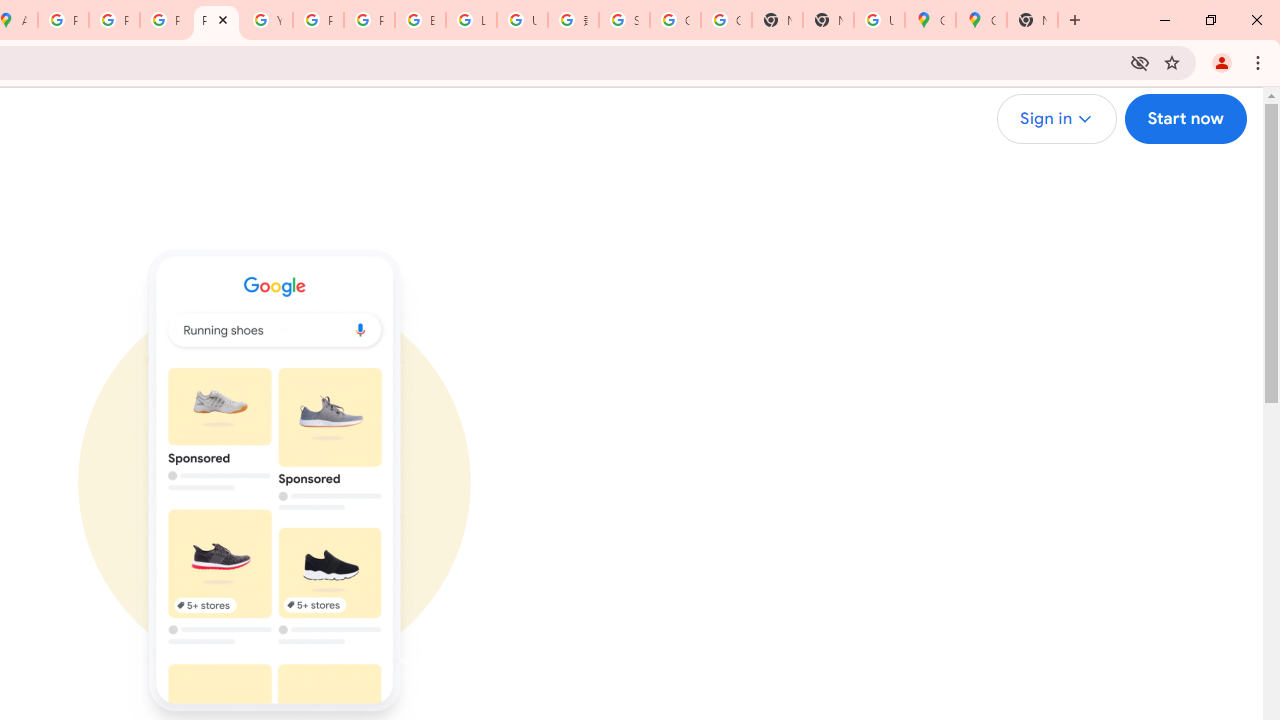  What do you see at coordinates (929, 20) in the screenshot?
I see `'Google Maps'` at bounding box center [929, 20].